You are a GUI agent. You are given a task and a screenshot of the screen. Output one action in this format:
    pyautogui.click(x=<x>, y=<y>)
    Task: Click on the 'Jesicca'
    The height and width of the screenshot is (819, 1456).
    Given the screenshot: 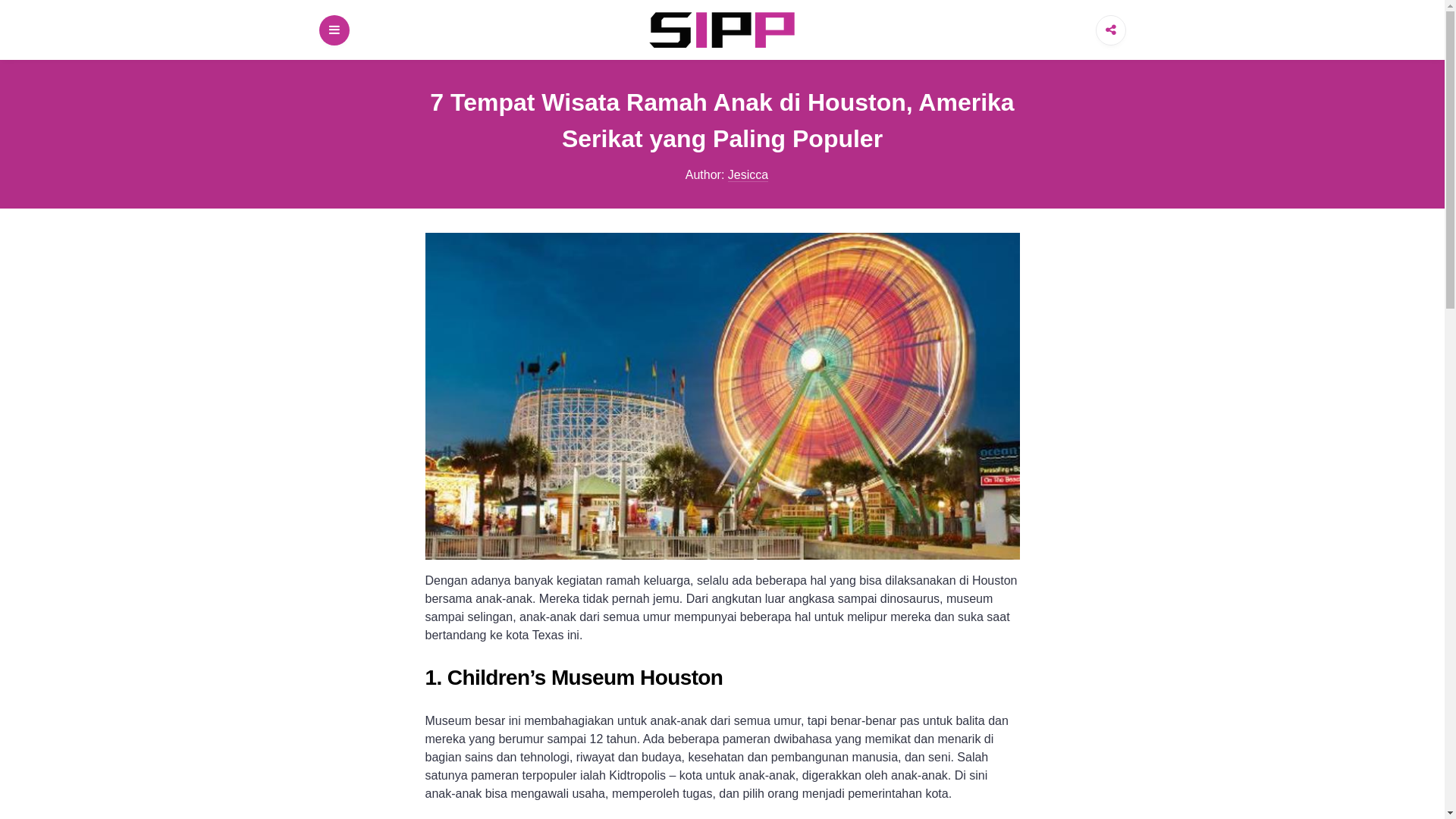 What is the action you would take?
    pyautogui.click(x=748, y=174)
    